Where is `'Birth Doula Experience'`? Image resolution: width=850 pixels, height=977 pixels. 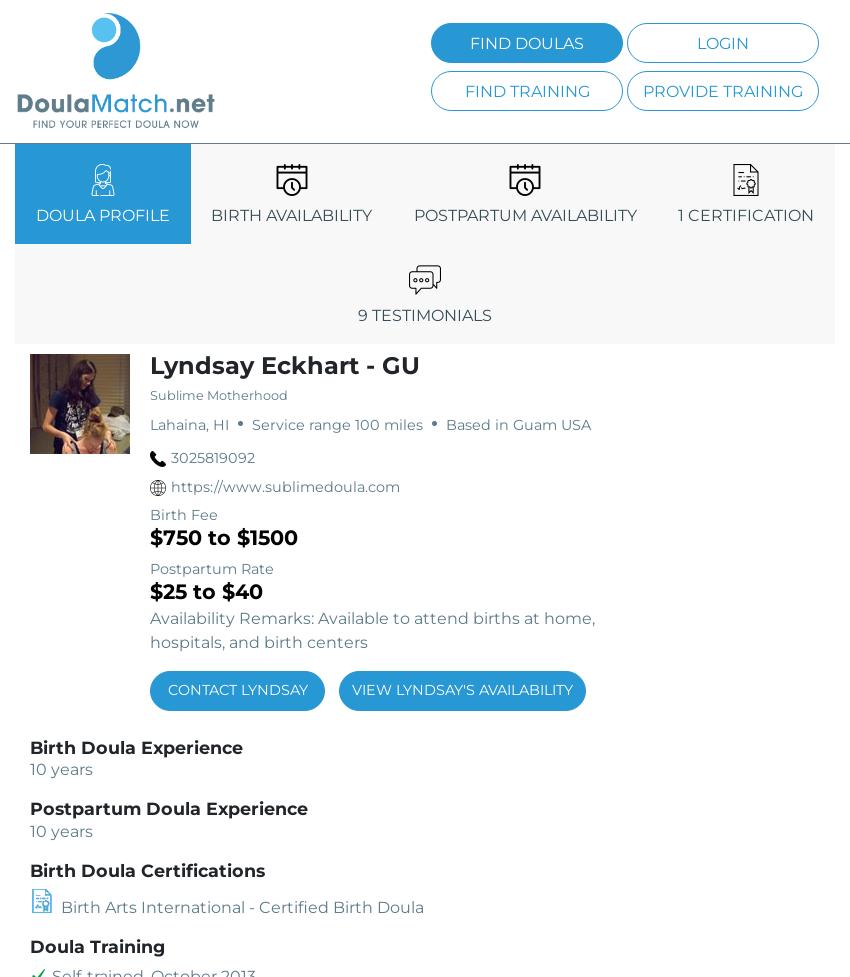
'Birth Doula Experience' is located at coordinates (136, 747).